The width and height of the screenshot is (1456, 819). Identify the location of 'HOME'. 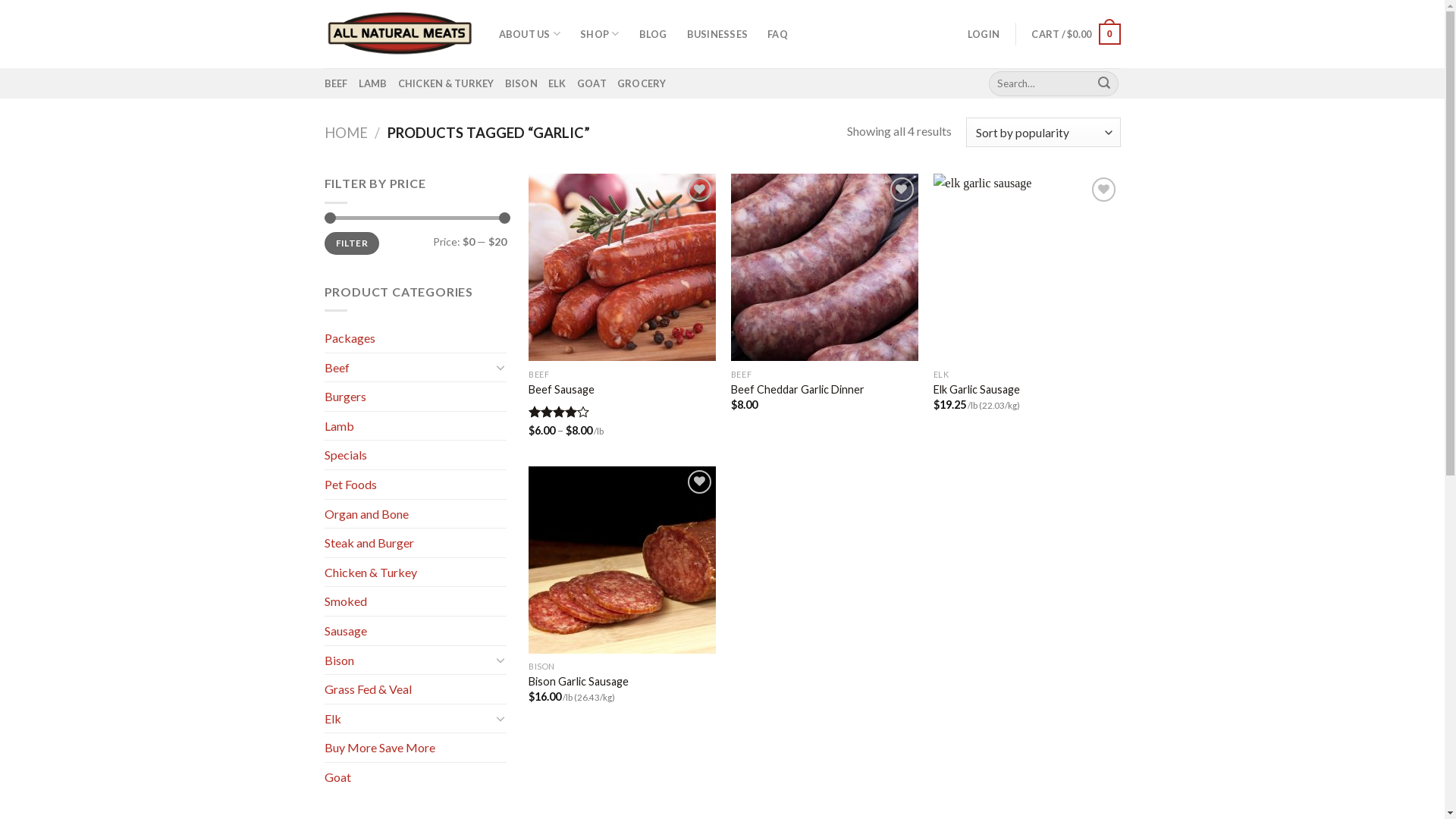
(345, 131).